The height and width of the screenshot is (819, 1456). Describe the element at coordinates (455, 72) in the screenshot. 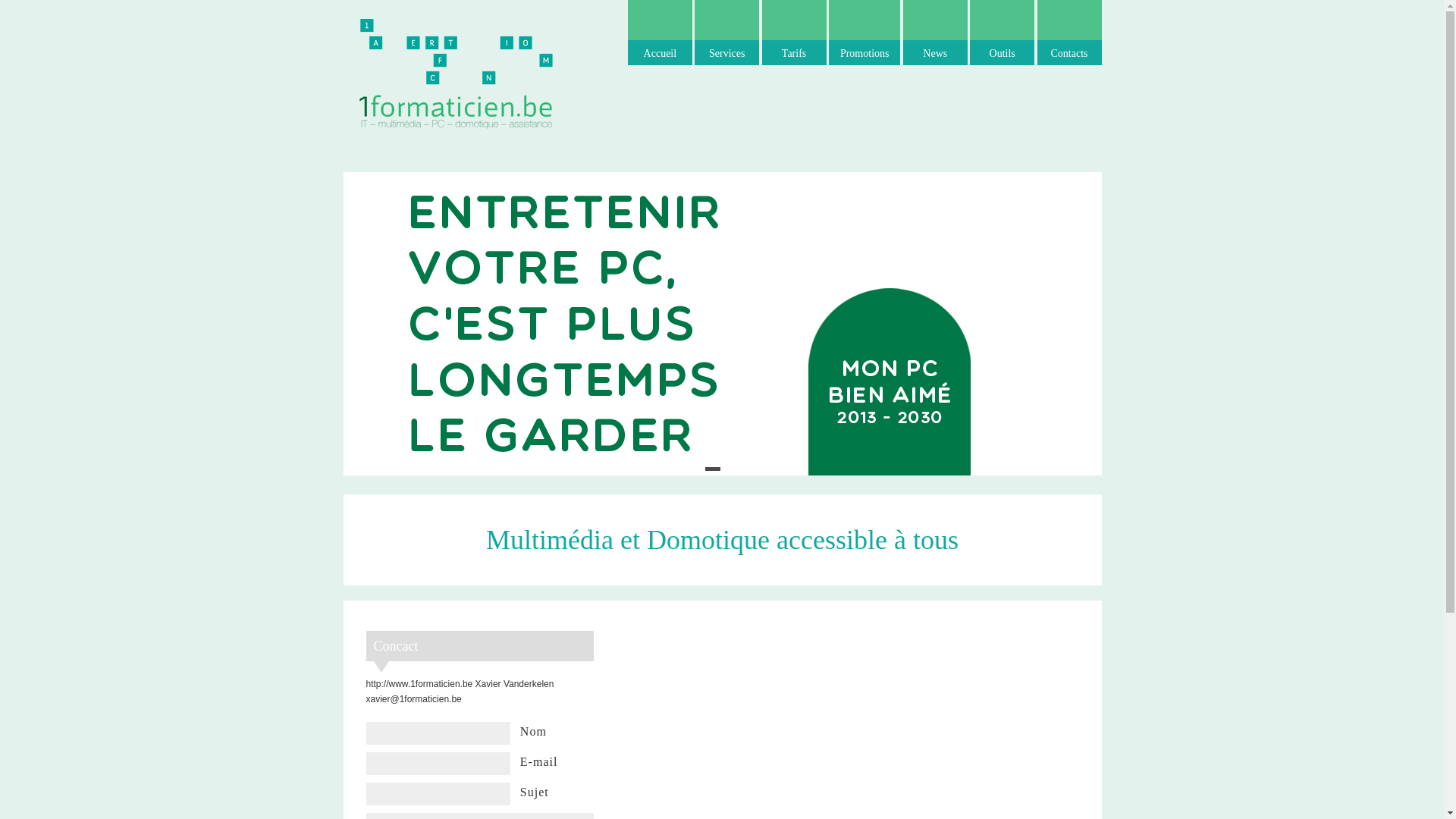

I see `'1Formaticien'` at that location.